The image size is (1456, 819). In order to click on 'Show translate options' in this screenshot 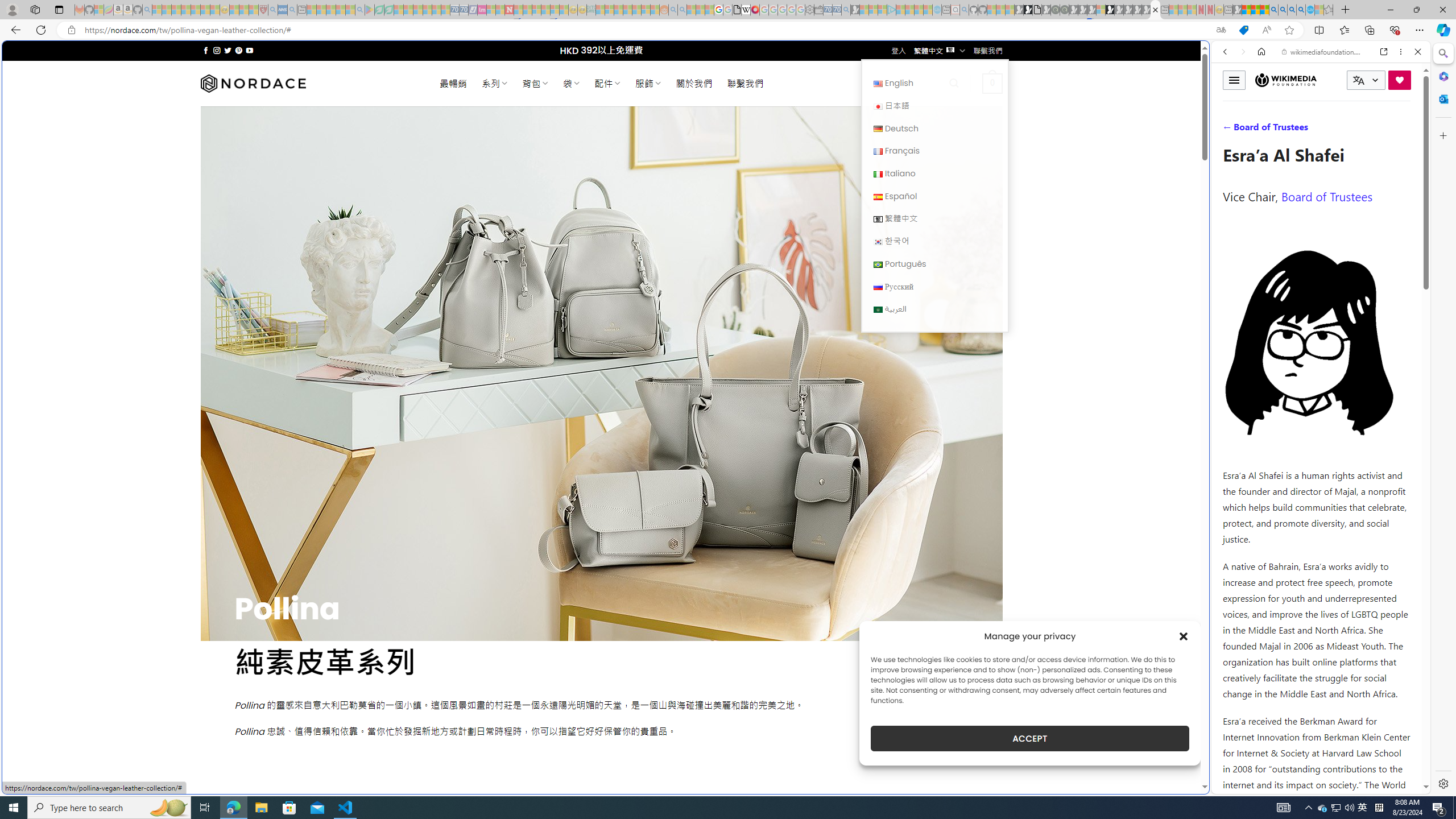, I will do `click(1220, 30)`.